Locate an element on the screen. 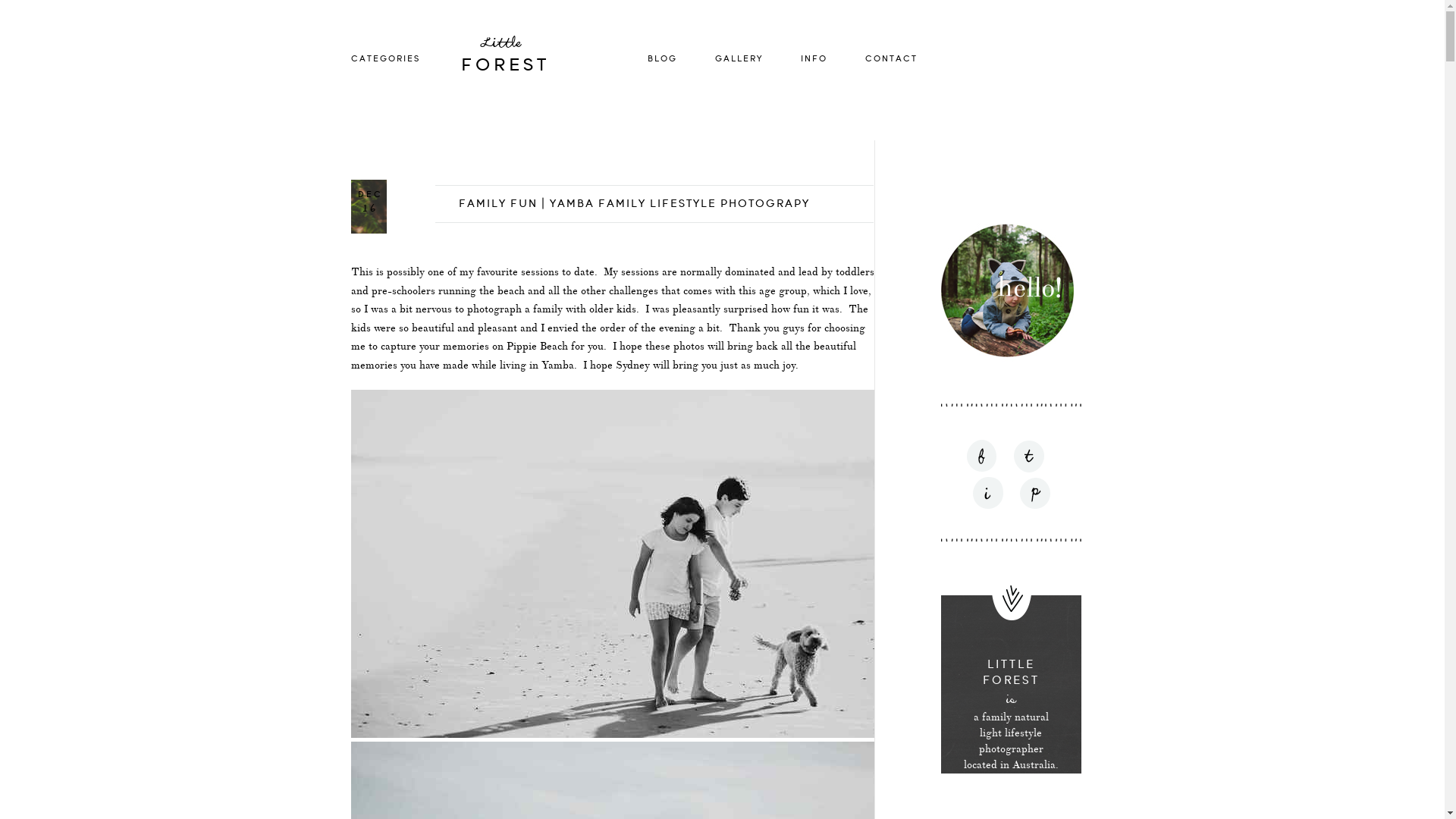 Image resolution: width=1456 pixels, height=819 pixels. 'CATEGORIES' is located at coordinates (384, 58).